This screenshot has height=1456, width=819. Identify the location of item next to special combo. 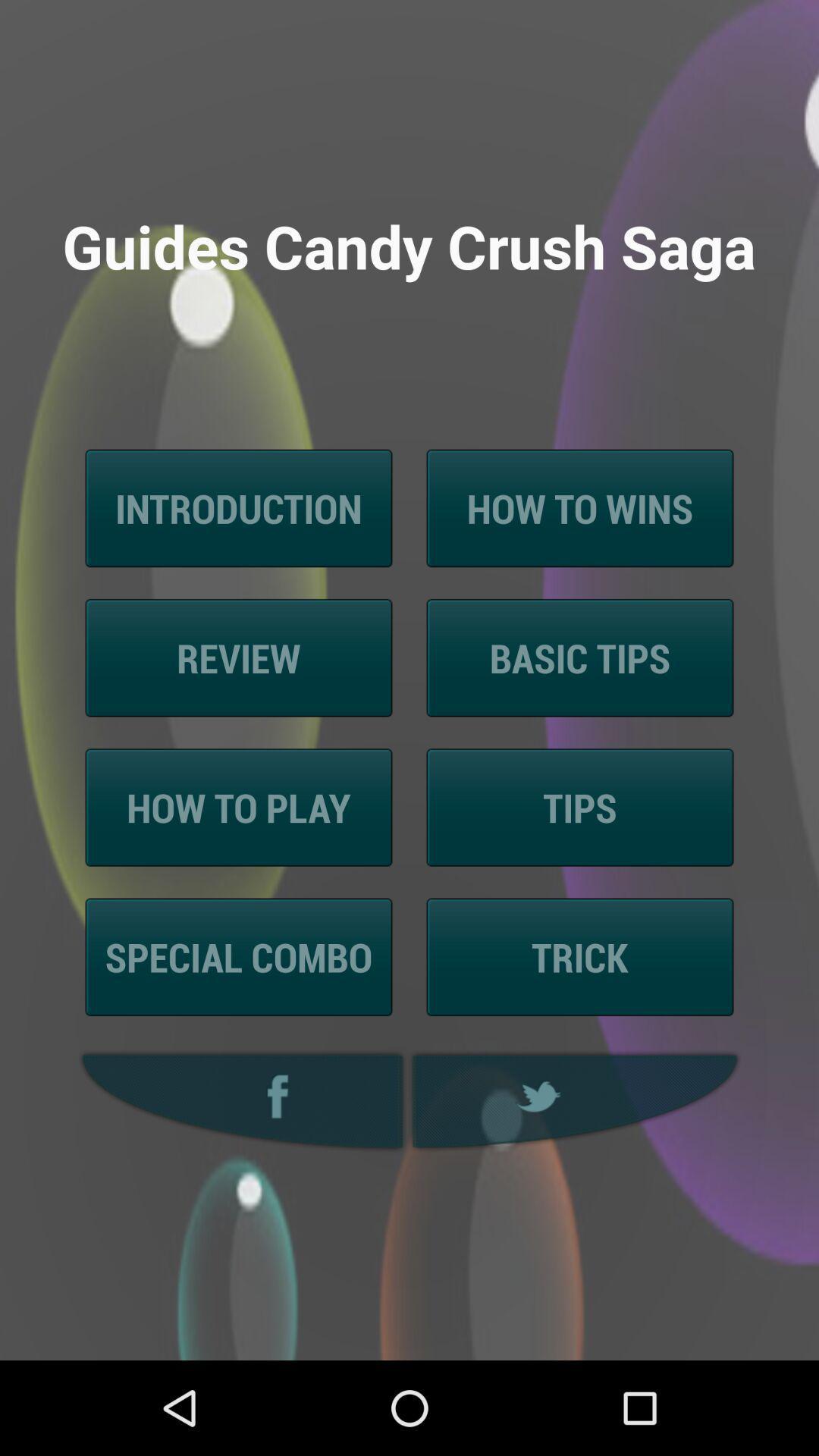
(579, 956).